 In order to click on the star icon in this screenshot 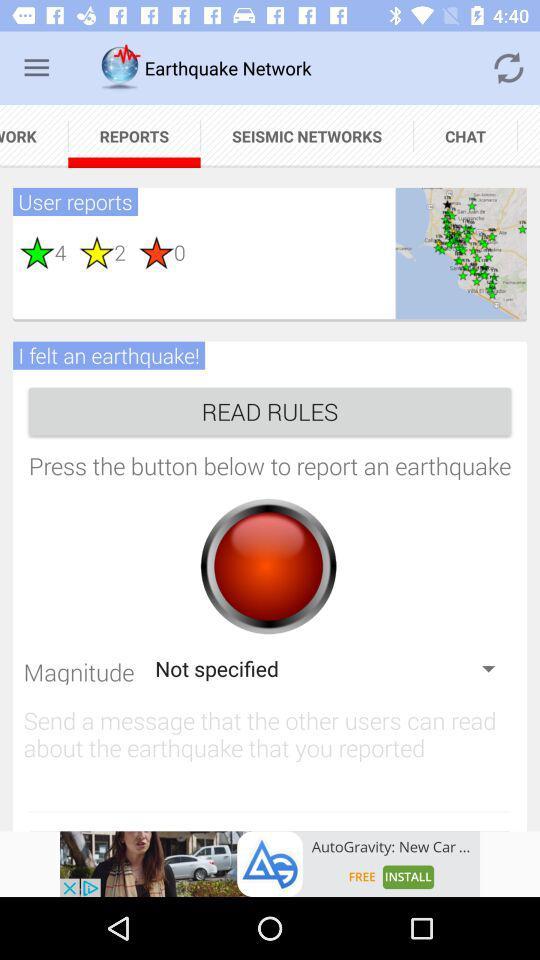, I will do `click(149, 251)`.